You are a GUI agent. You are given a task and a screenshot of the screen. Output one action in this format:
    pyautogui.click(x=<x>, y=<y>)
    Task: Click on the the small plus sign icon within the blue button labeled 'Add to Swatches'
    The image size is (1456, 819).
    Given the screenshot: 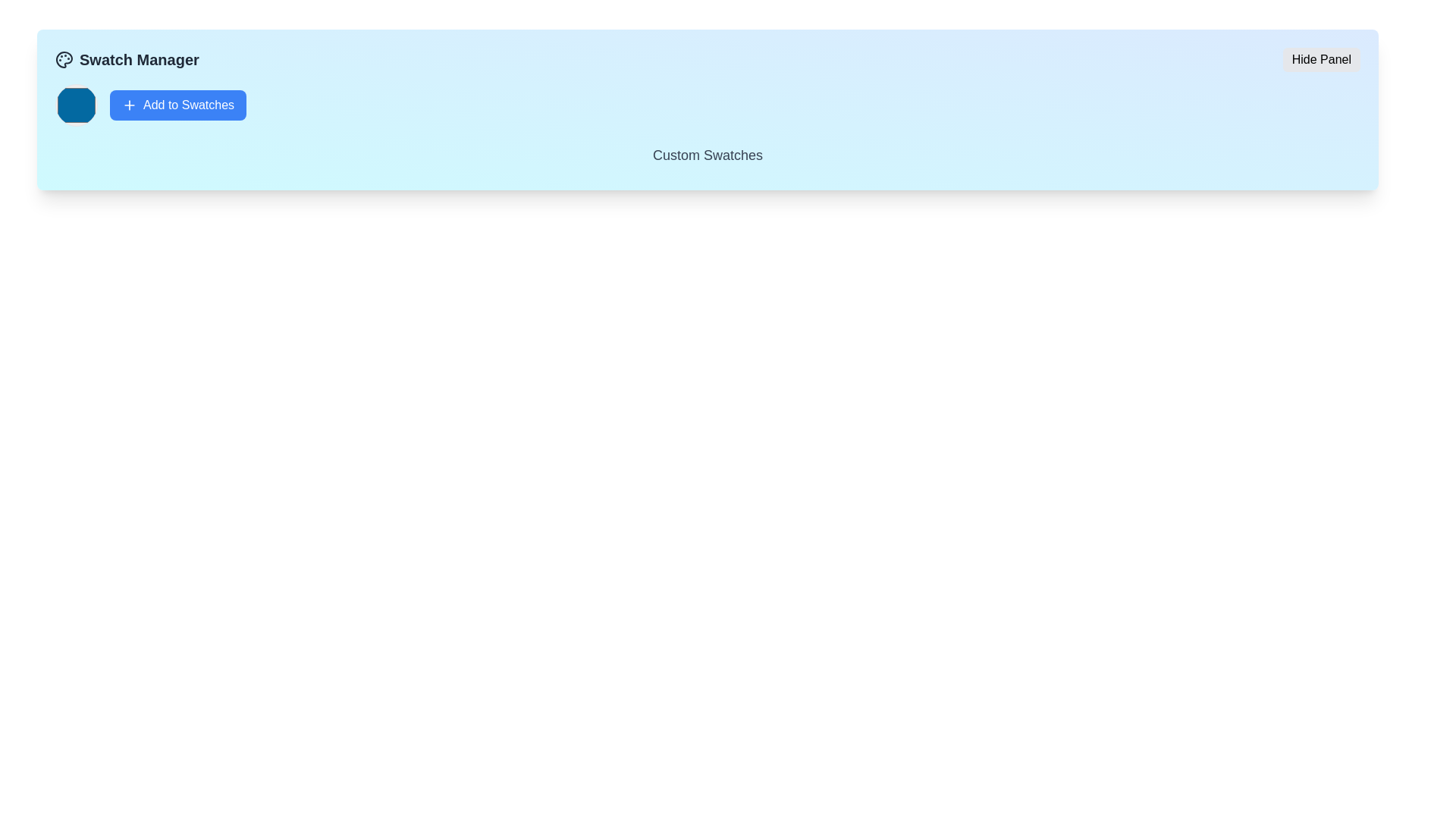 What is the action you would take?
    pyautogui.click(x=130, y=104)
    